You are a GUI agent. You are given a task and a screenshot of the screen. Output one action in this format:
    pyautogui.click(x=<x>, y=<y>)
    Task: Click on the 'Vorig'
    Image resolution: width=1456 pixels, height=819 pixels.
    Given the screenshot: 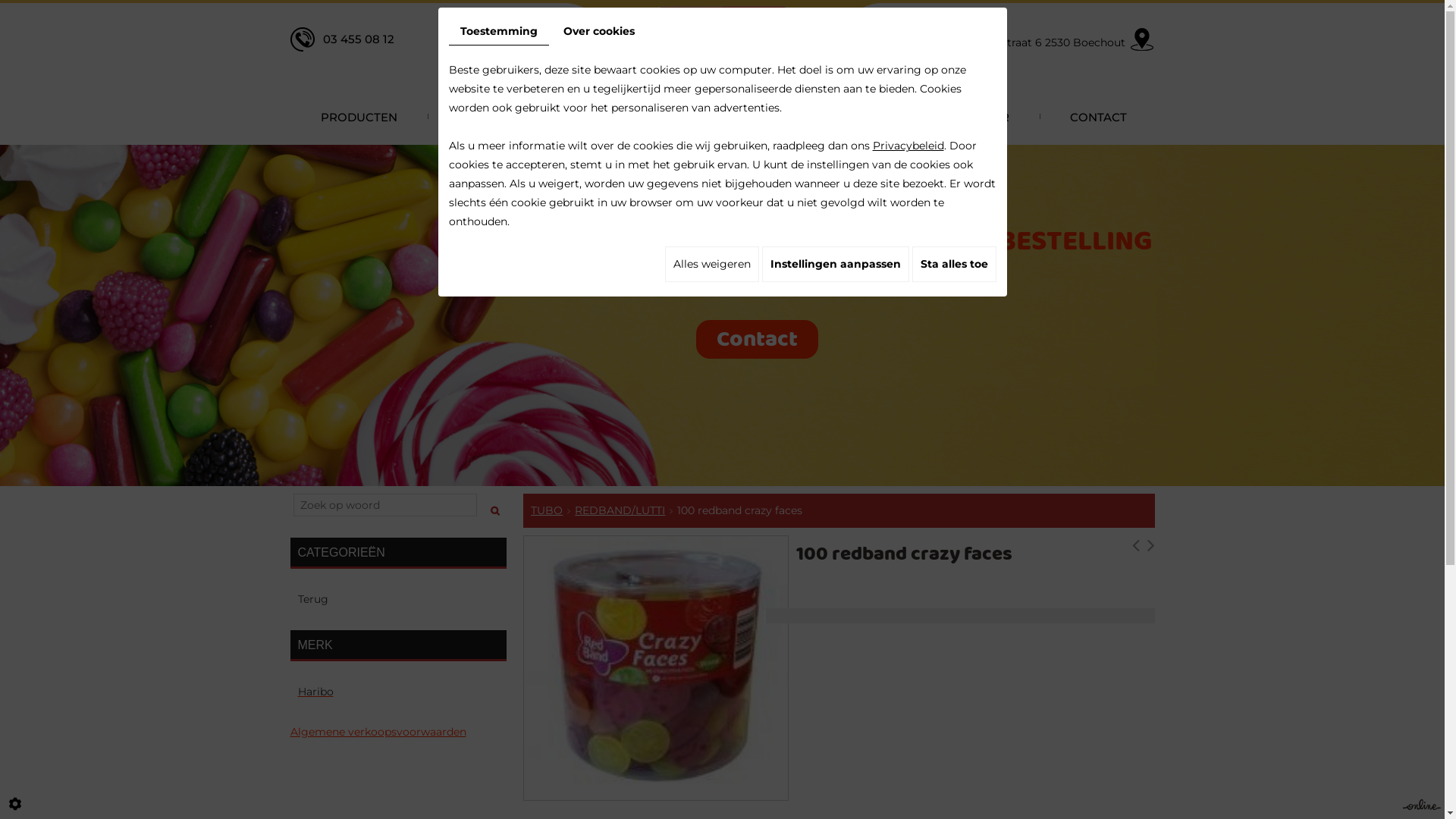 What is the action you would take?
    pyautogui.click(x=1131, y=548)
    